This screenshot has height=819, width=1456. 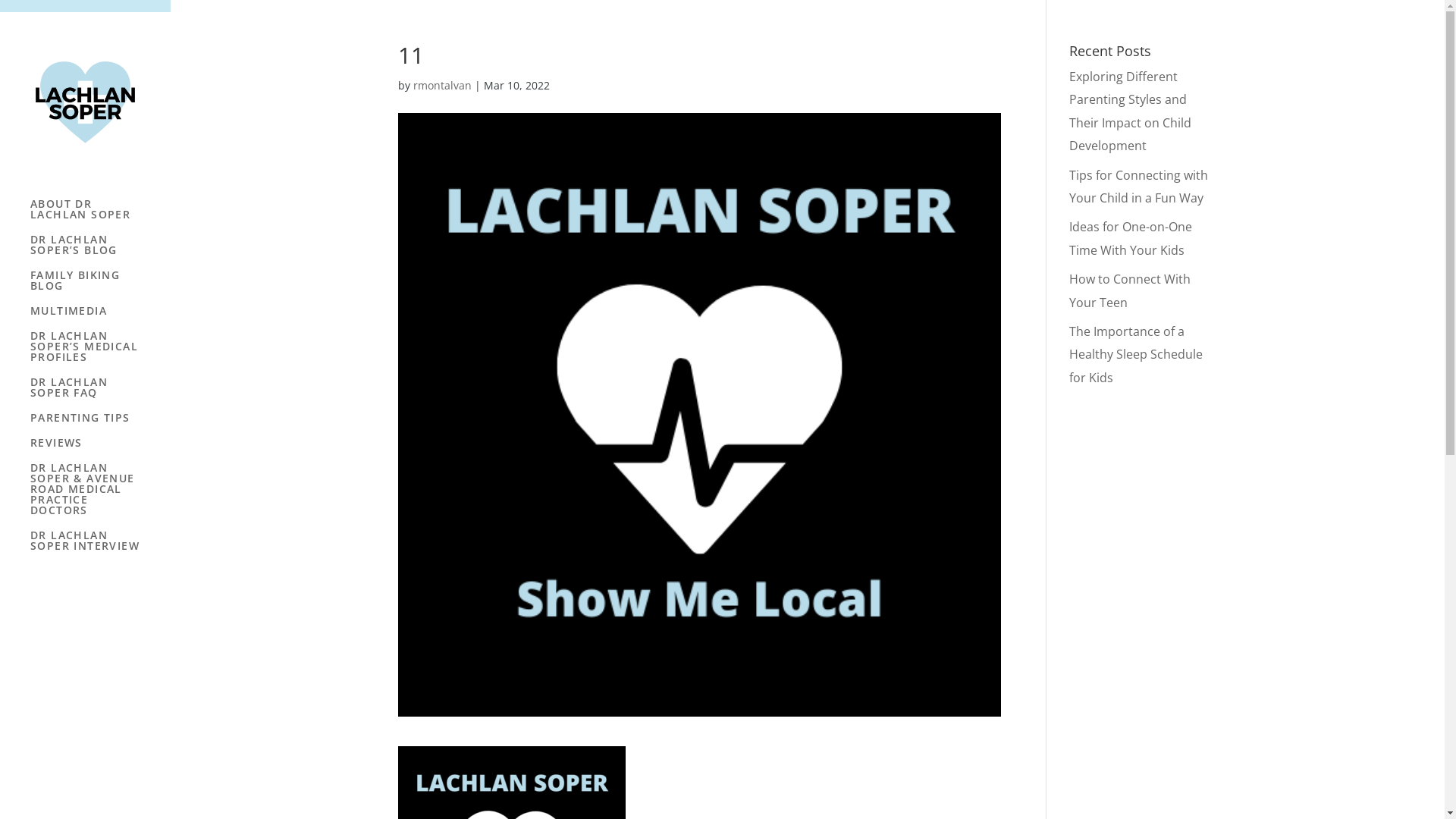 I want to click on 'How to Connect With Your Teen', so click(x=1129, y=290).